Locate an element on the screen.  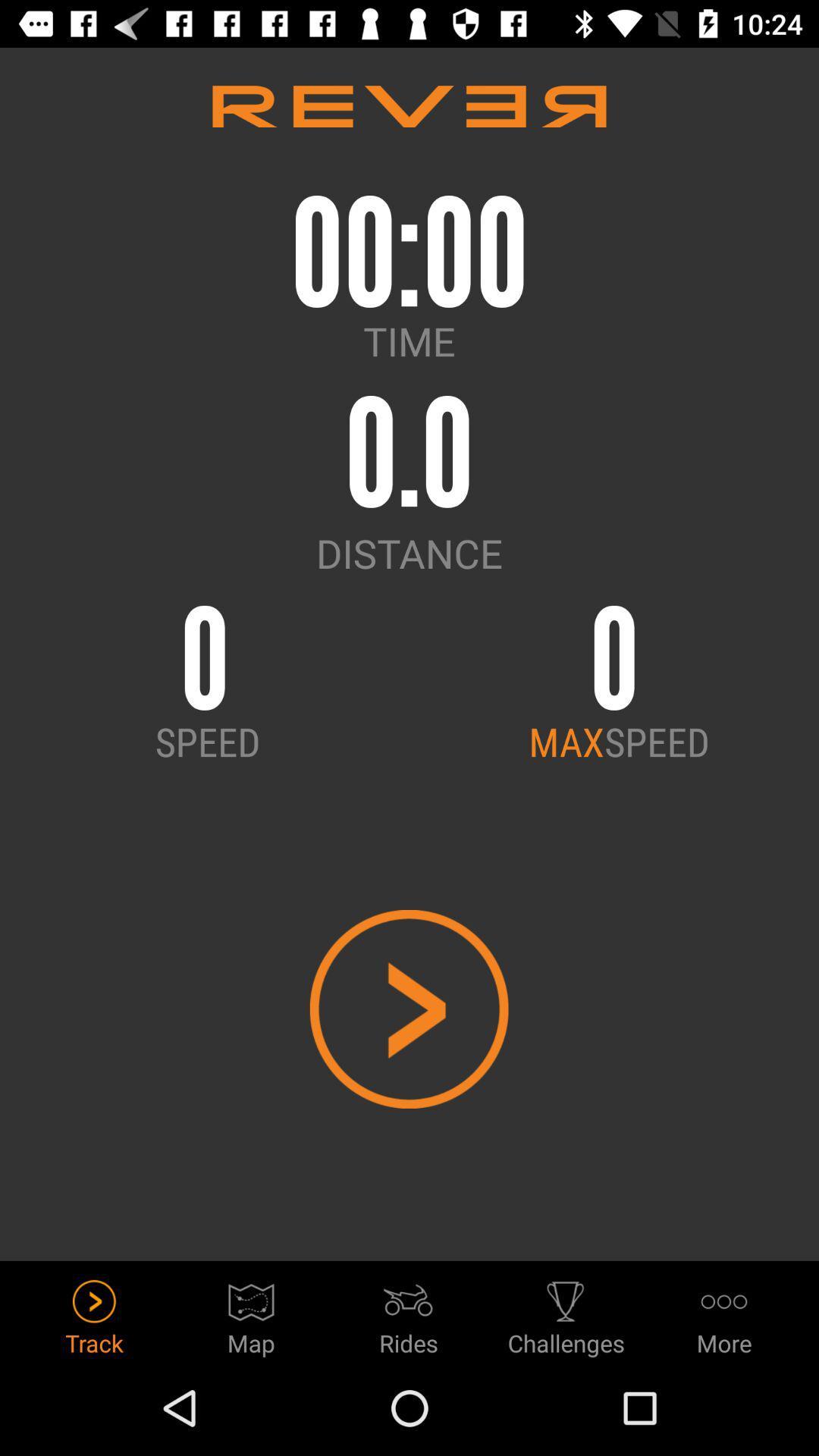
the max is located at coordinates (566, 741).